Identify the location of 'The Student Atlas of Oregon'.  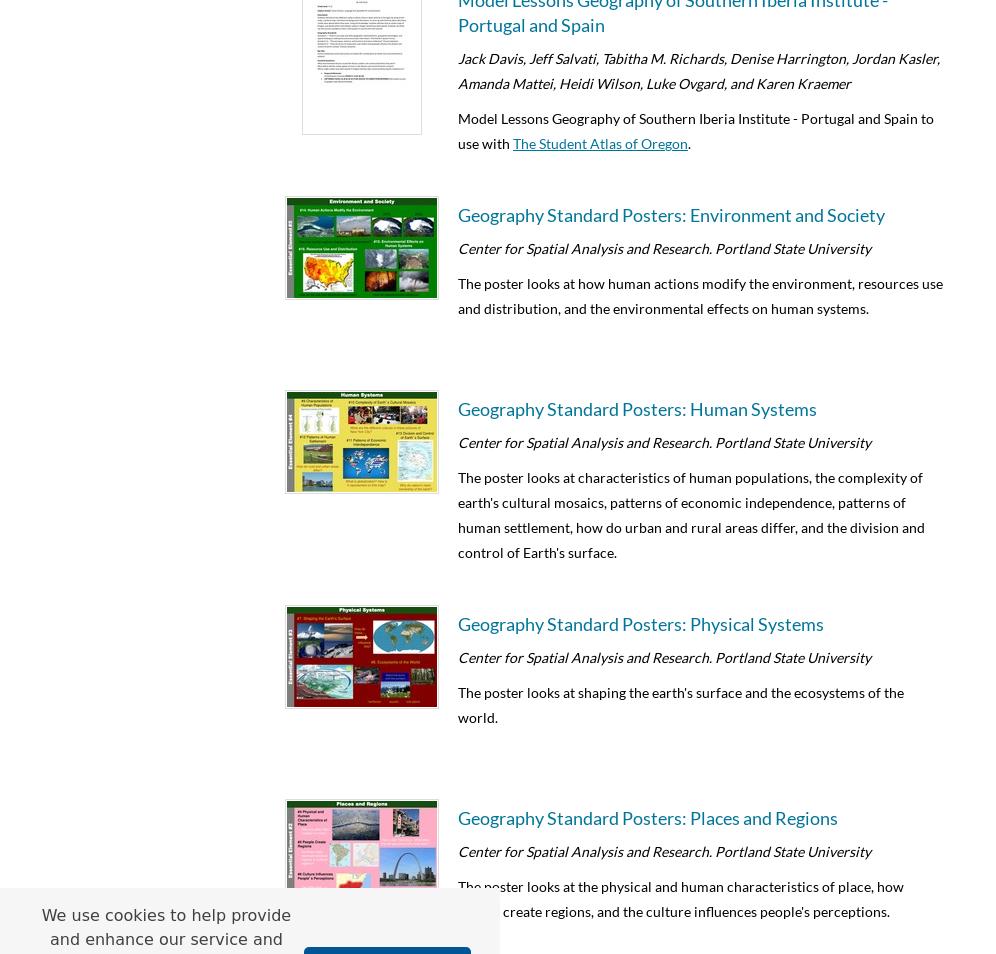
(600, 142).